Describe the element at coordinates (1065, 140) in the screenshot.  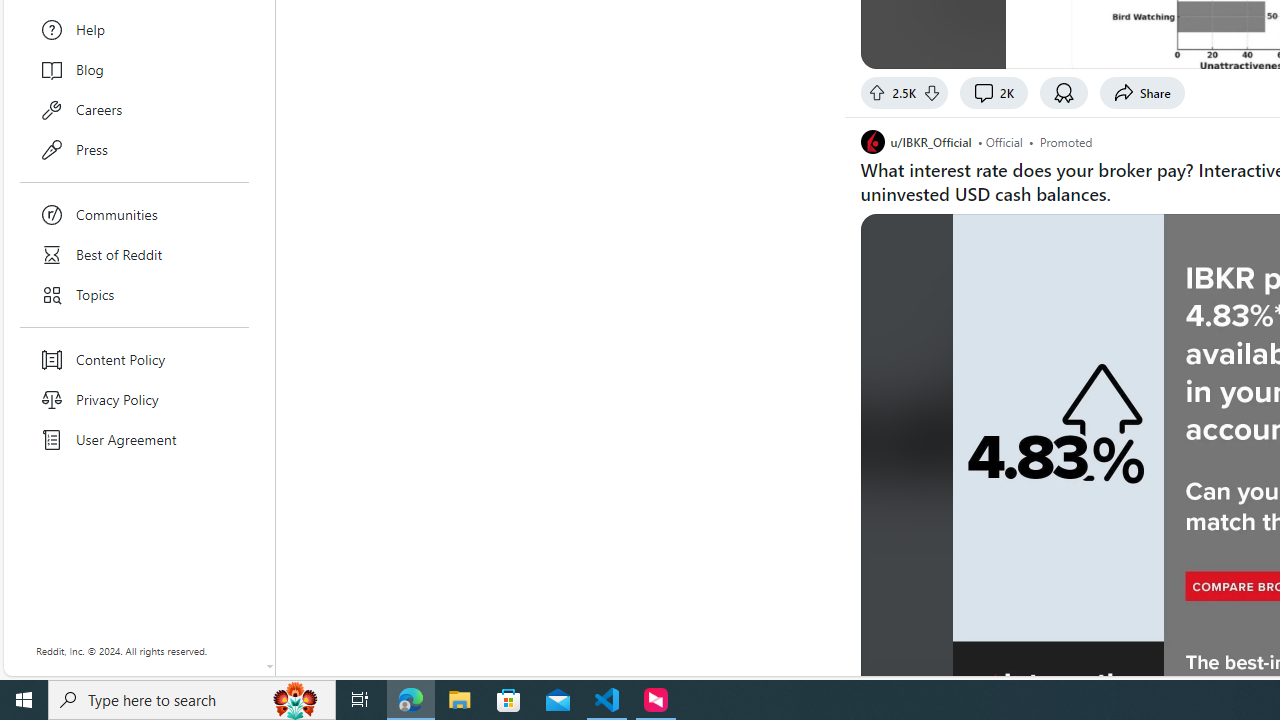
I see `'Promoted'` at that location.